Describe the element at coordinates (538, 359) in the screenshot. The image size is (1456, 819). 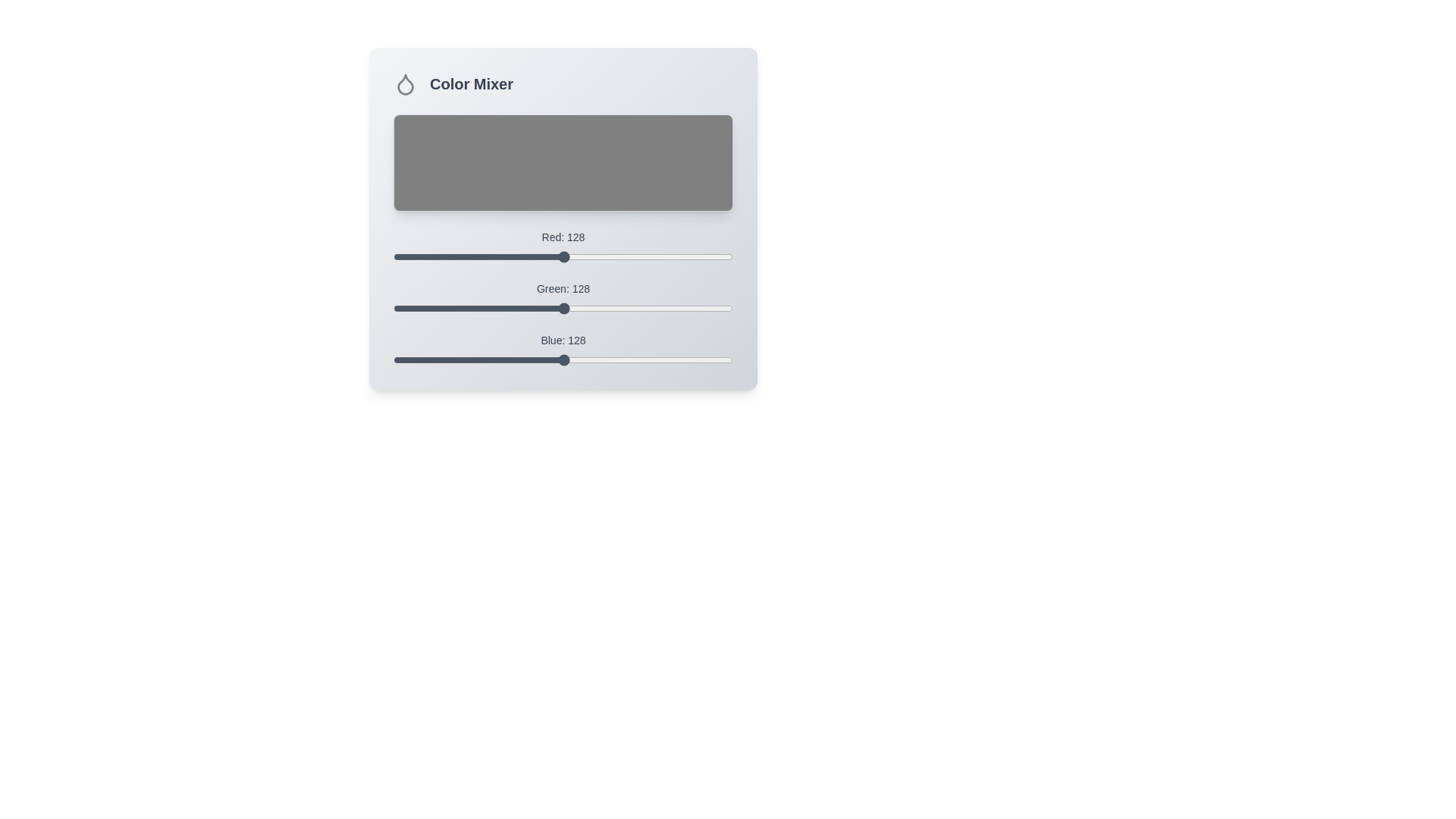
I see `the blue slider to set the blue color component to 109` at that location.